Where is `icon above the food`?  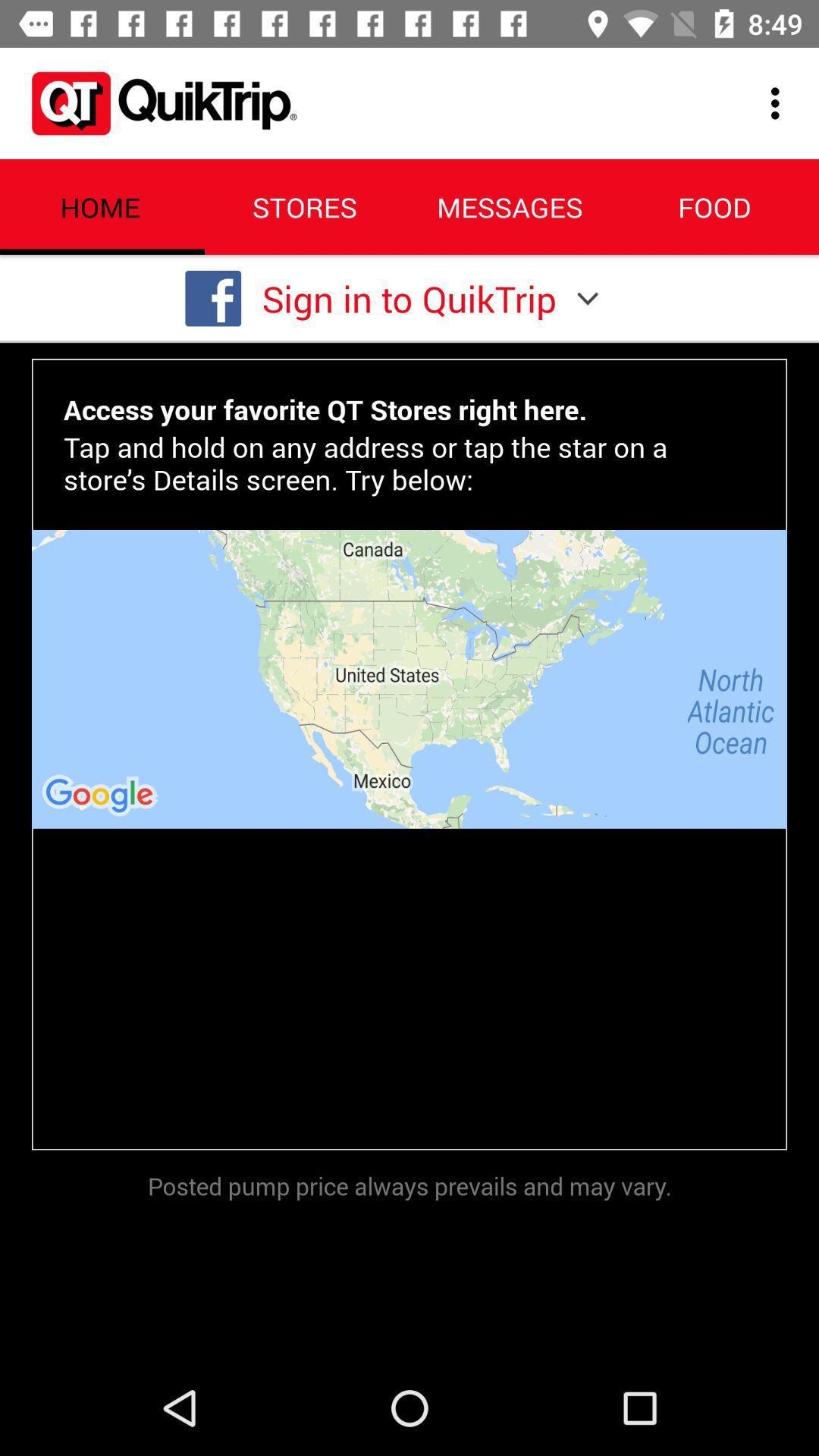
icon above the food is located at coordinates (779, 102).